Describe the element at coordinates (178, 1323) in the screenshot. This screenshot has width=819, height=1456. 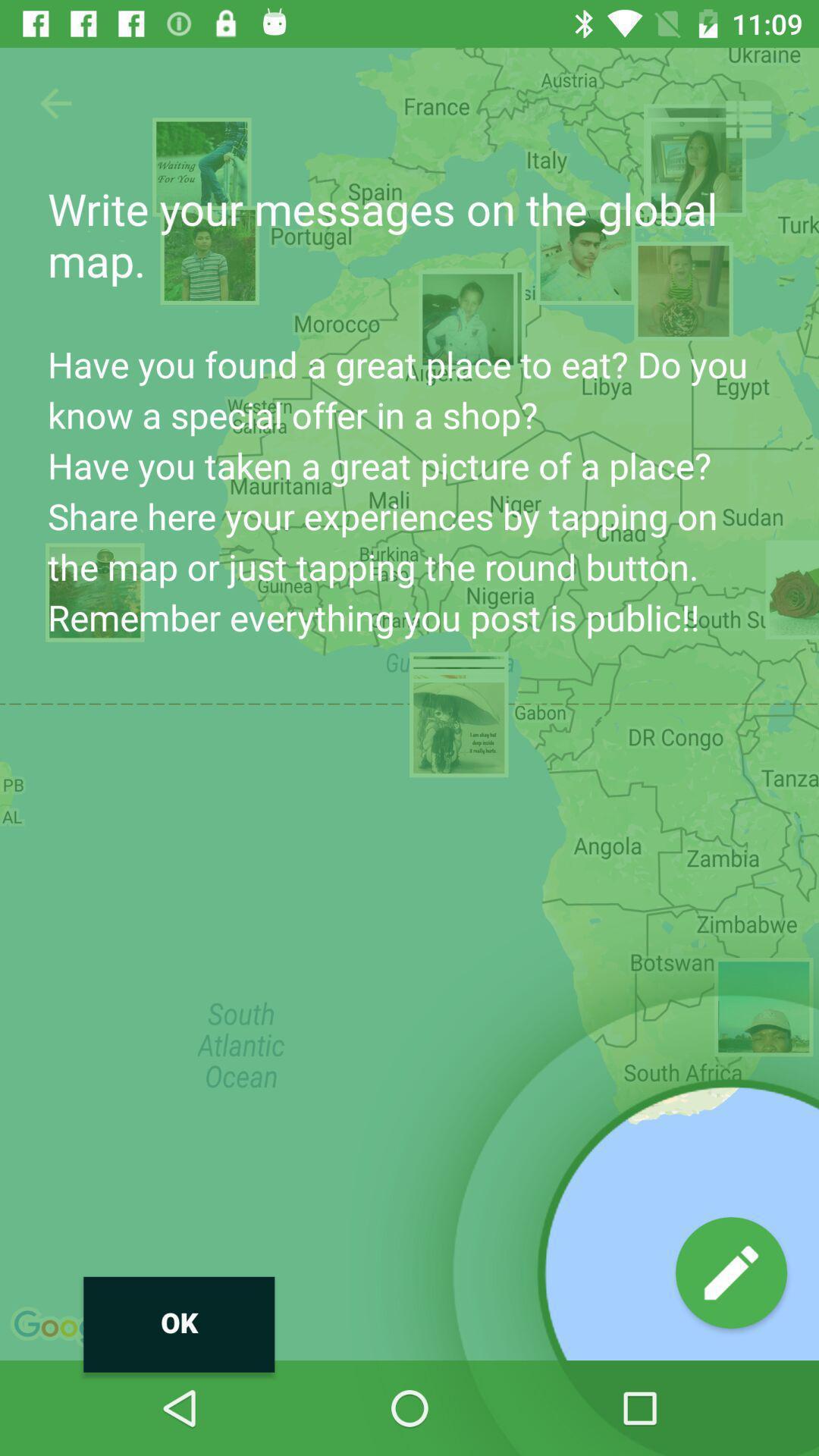
I see `the ok` at that location.